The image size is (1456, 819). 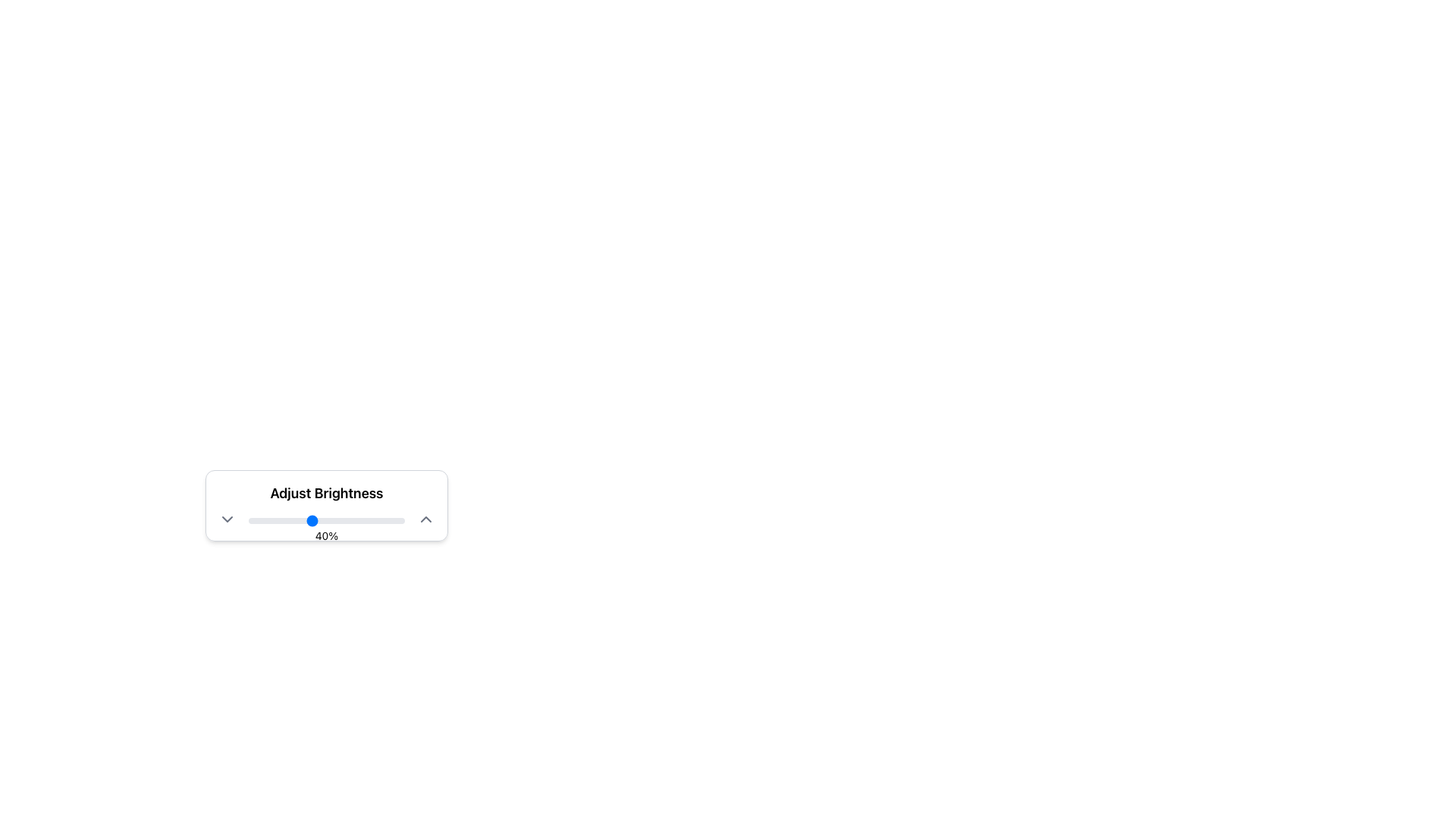 I want to click on the brightness level, so click(x=331, y=519).